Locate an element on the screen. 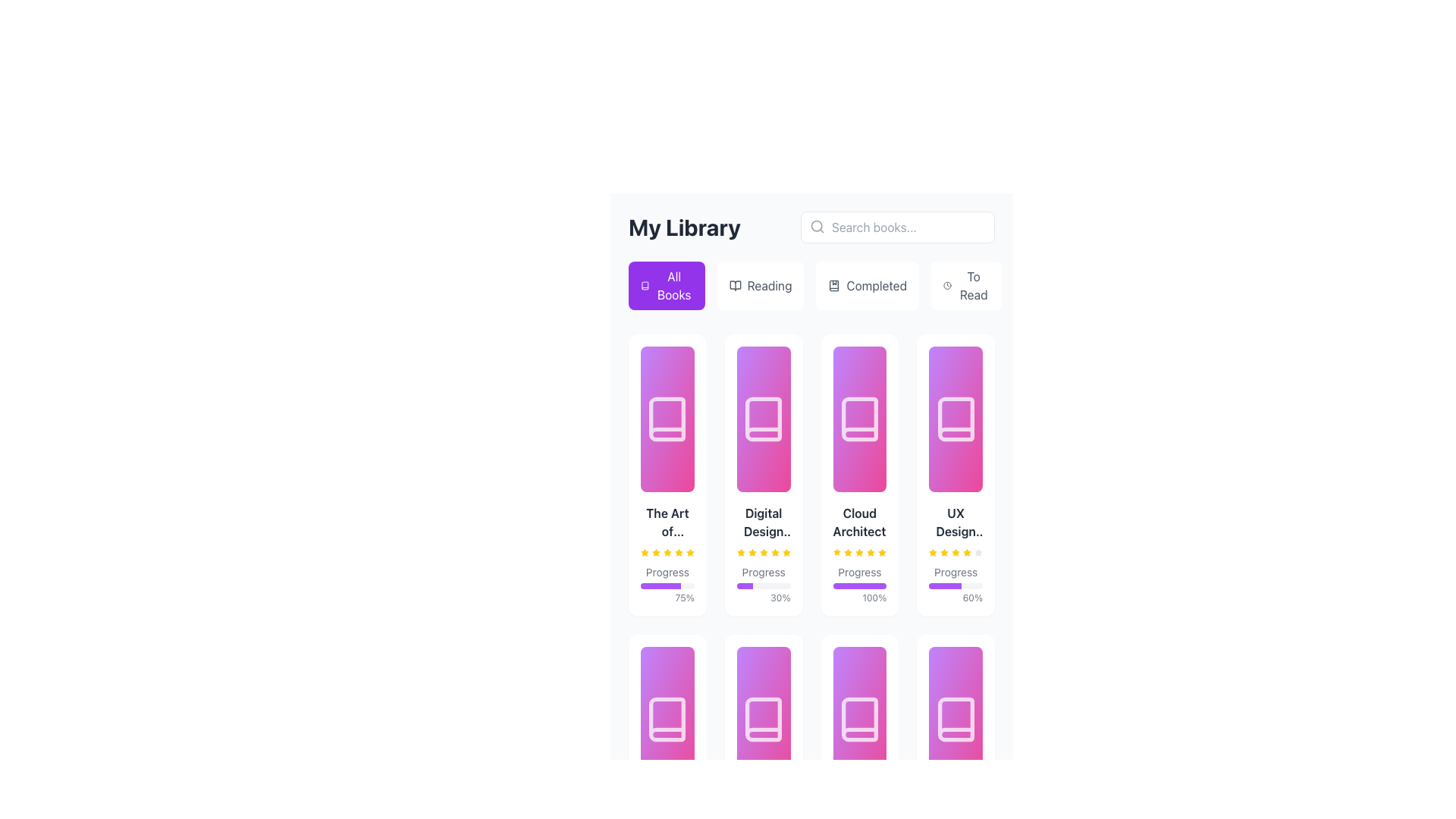 The width and height of the screenshot is (1456, 819). details of the first star icon in the five-star rating system for the book titled 'The Art of...' is located at coordinates (645, 553).